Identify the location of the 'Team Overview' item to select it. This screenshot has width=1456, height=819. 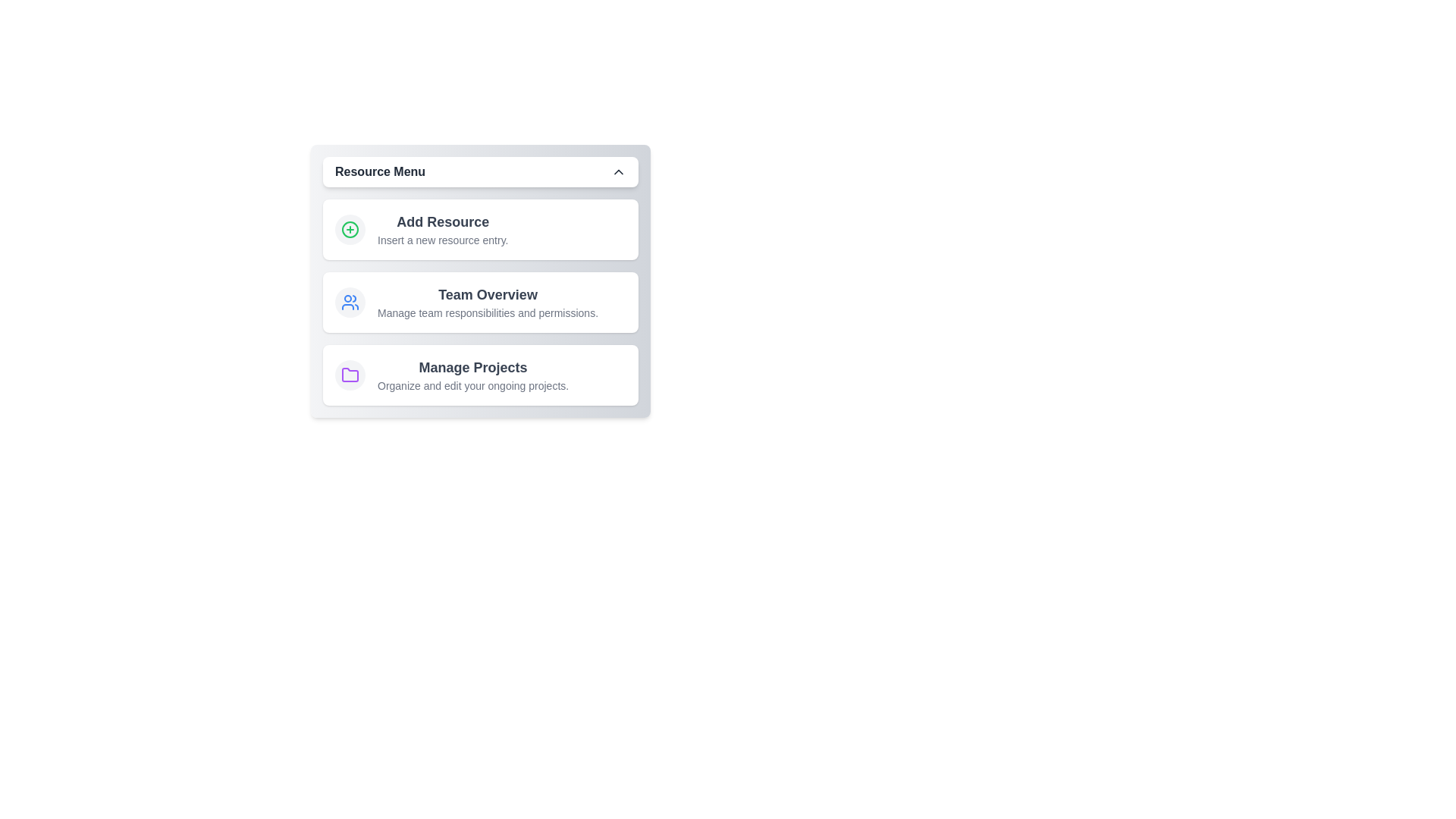
(479, 302).